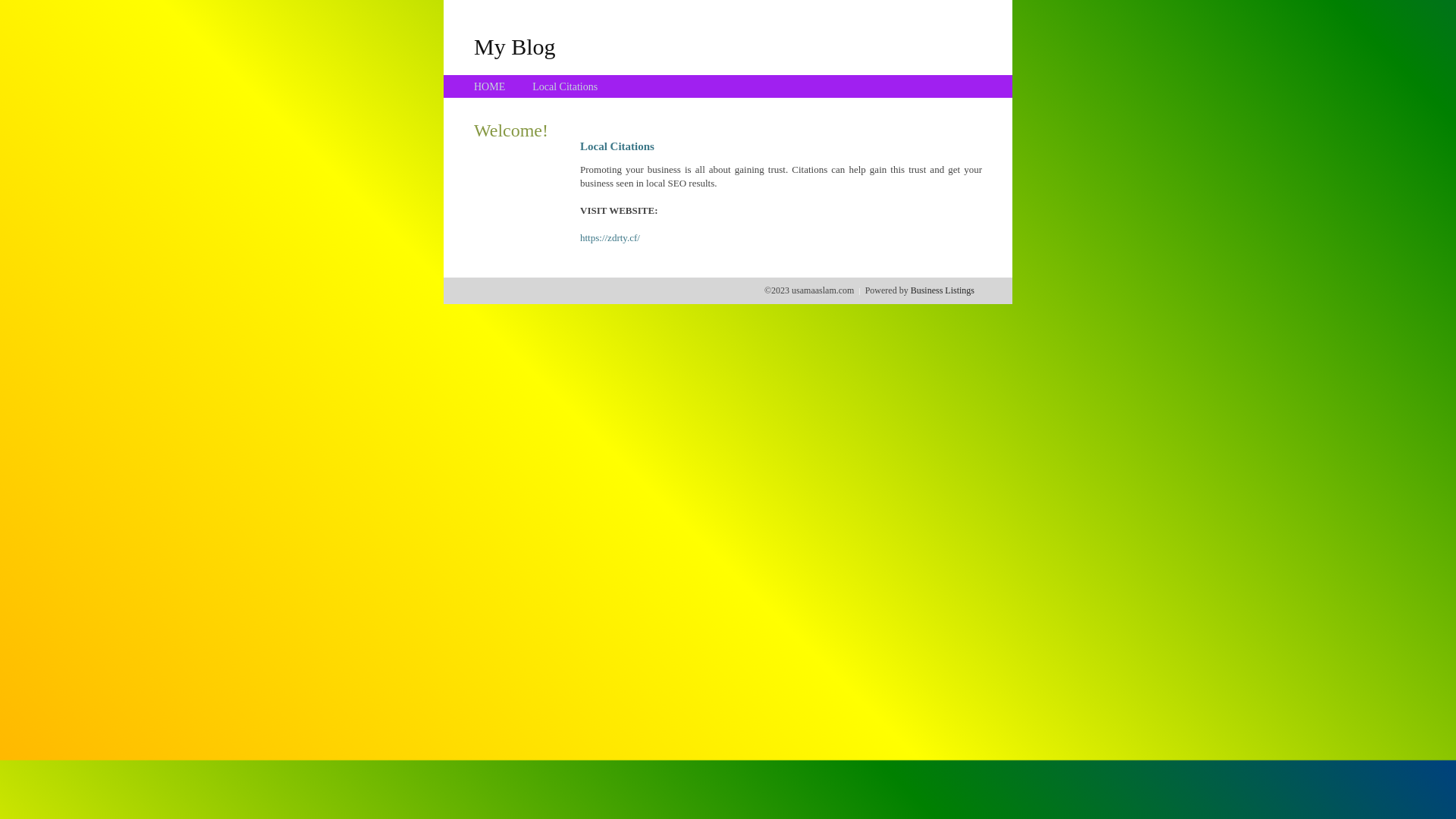 This screenshot has width=1456, height=819. What do you see at coordinates (563, 86) in the screenshot?
I see `'Local Citations'` at bounding box center [563, 86].